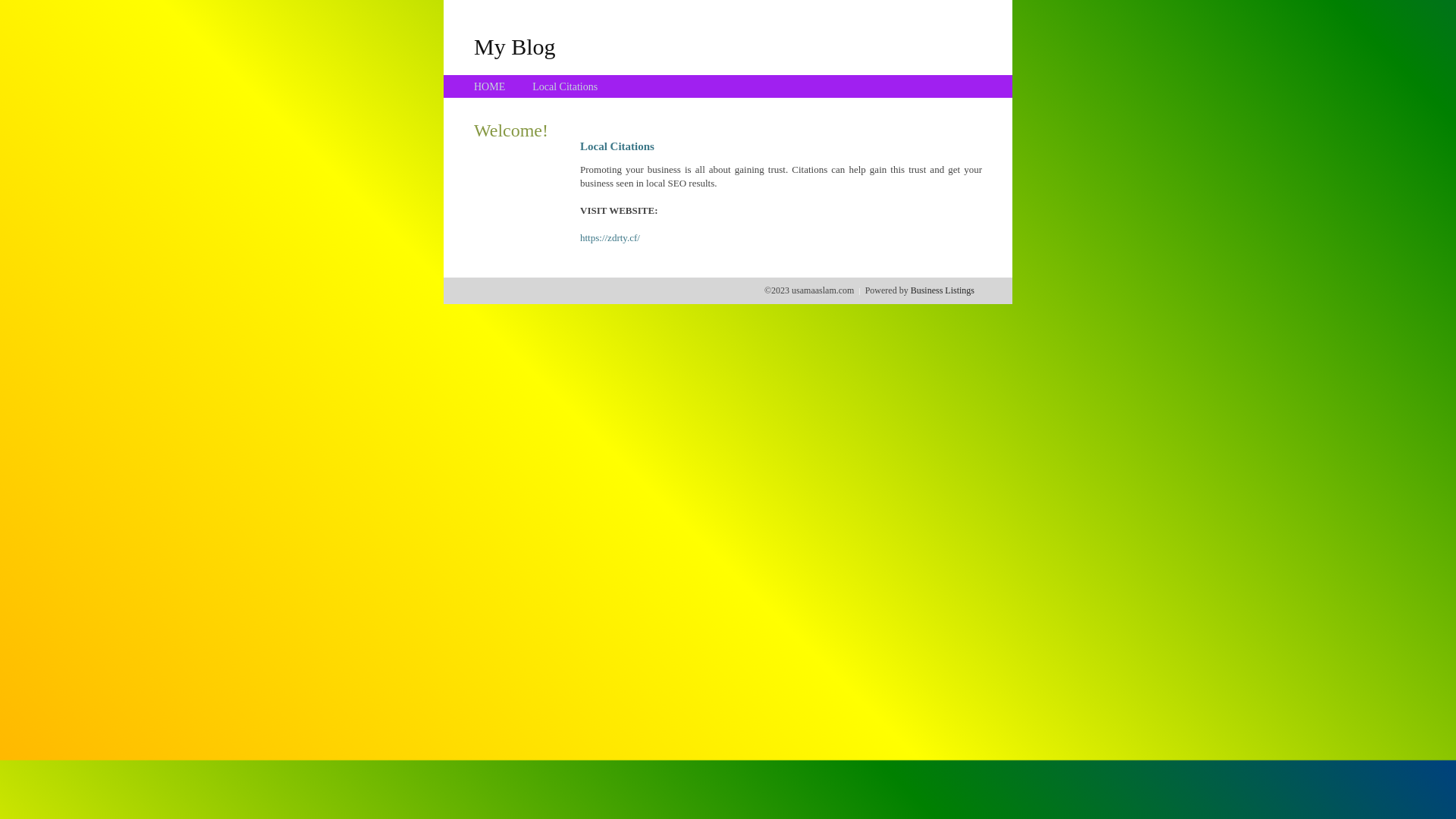 This screenshot has width=1456, height=819. What do you see at coordinates (563, 86) in the screenshot?
I see `'Local Citations'` at bounding box center [563, 86].